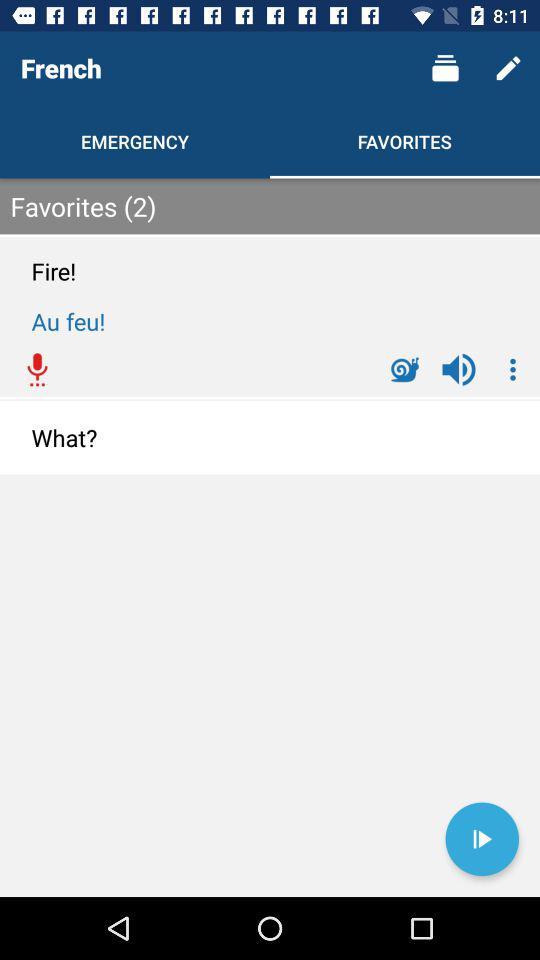 Image resolution: width=540 pixels, height=960 pixels. Describe the element at coordinates (508, 68) in the screenshot. I see `item above favorites (2)` at that location.